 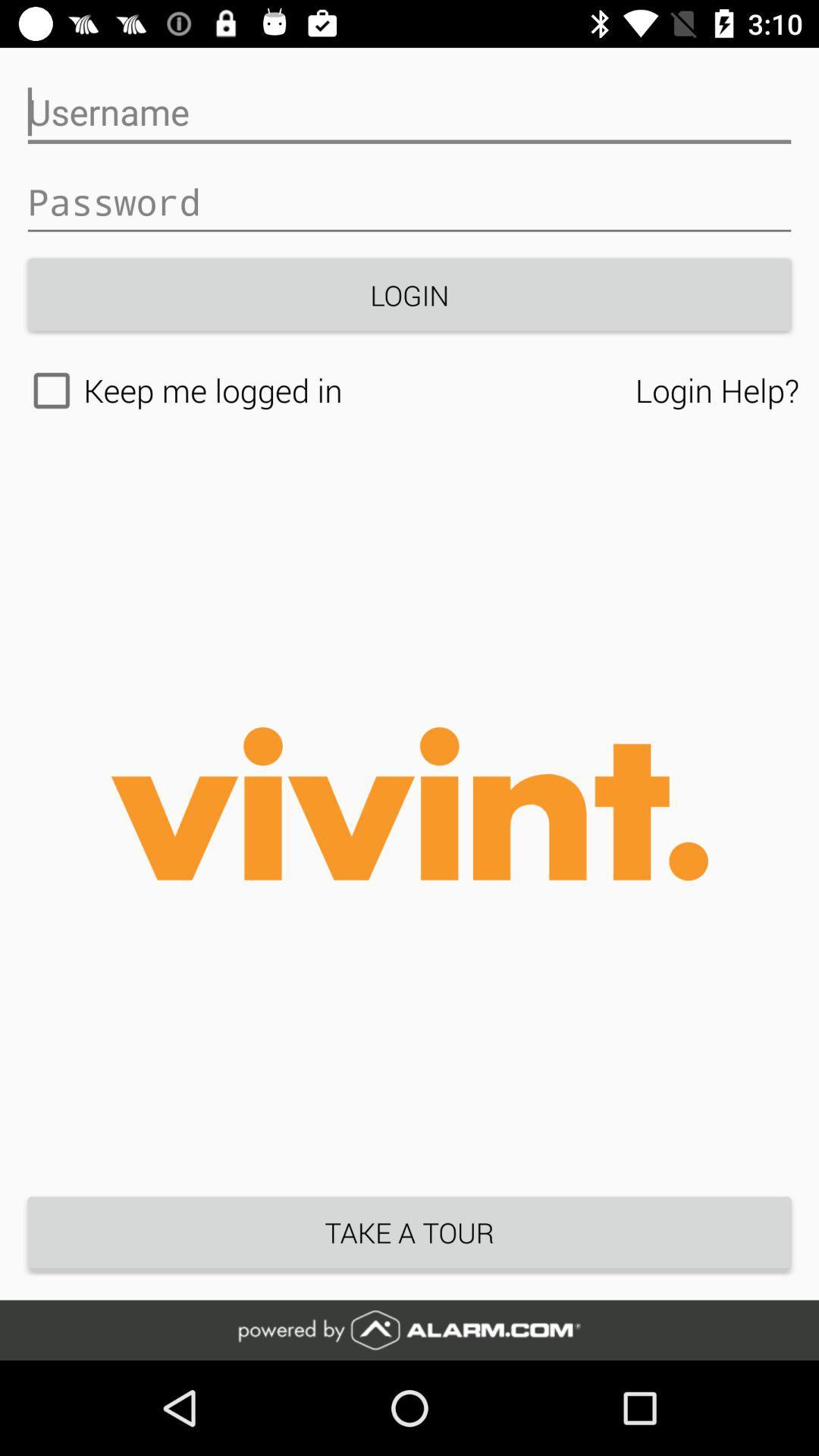 What do you see at coordinates (327, 391) in the screenshot?
I see `icon below the login` at bounding box center [327, 391].